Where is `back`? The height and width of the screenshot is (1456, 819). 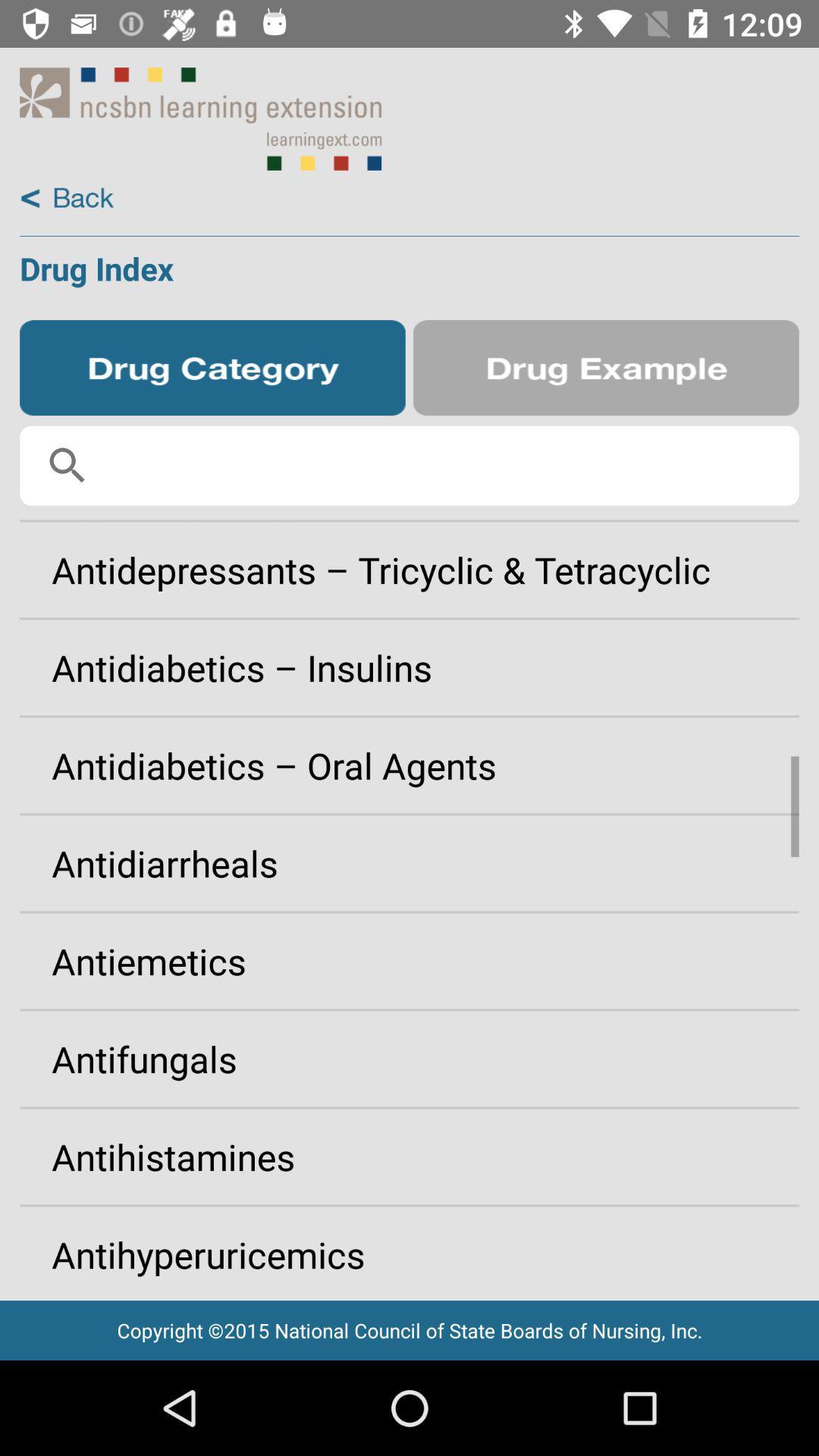 back is located at coordinates (66, 198).